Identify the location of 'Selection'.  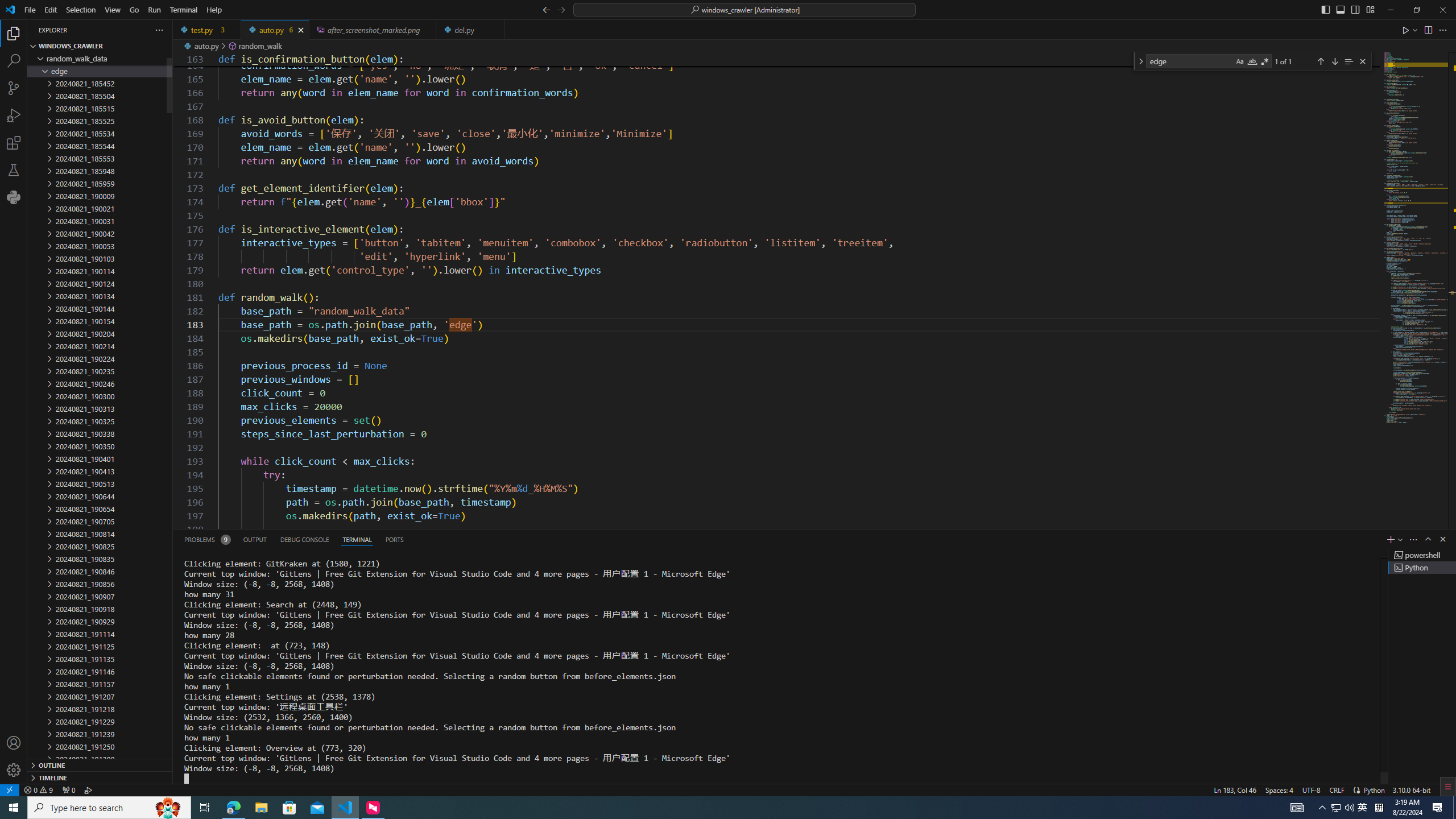
(81, 9).